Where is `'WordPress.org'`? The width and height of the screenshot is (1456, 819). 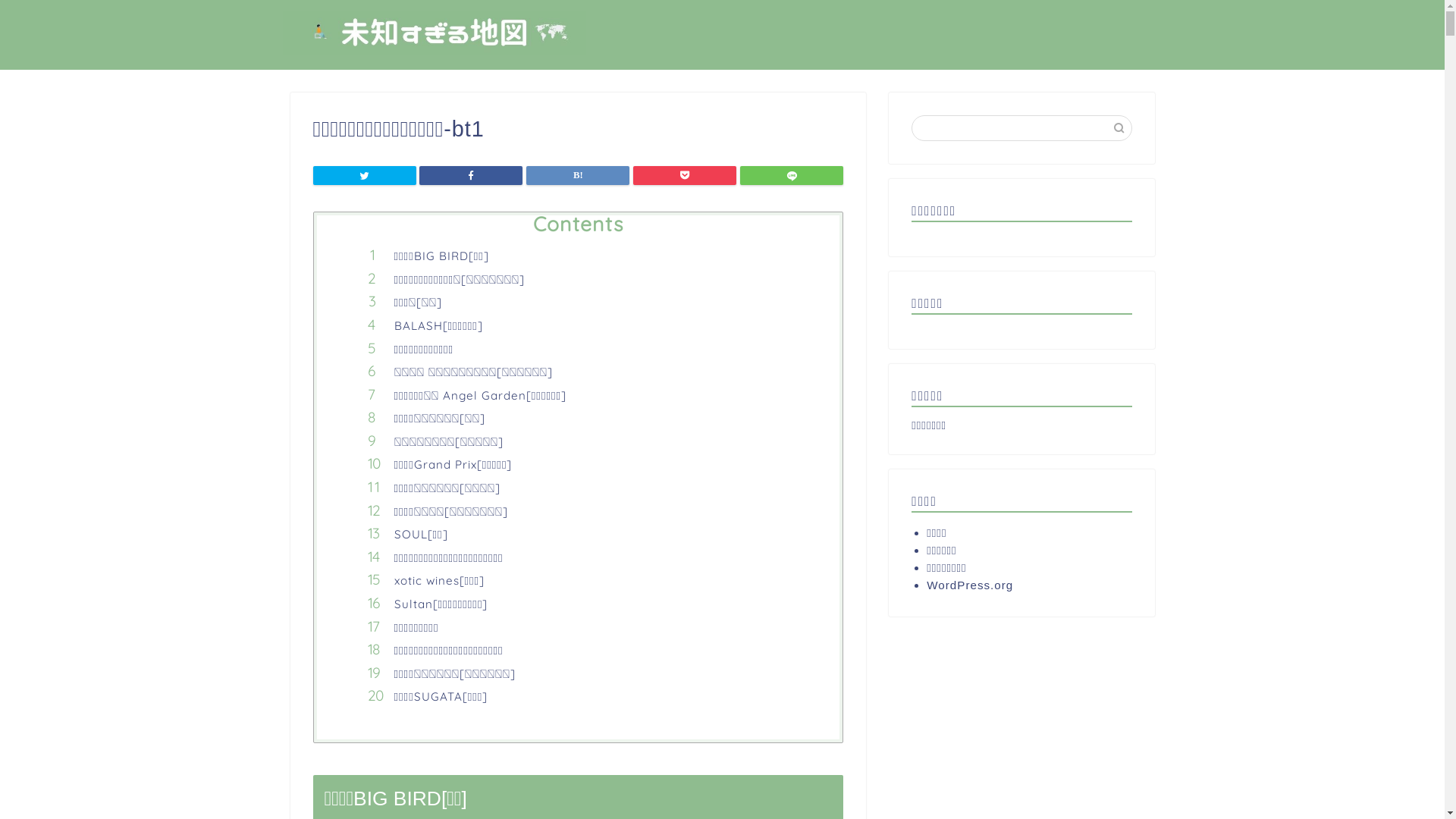 'WordPress.org' is located at coordinates (1022, 584).